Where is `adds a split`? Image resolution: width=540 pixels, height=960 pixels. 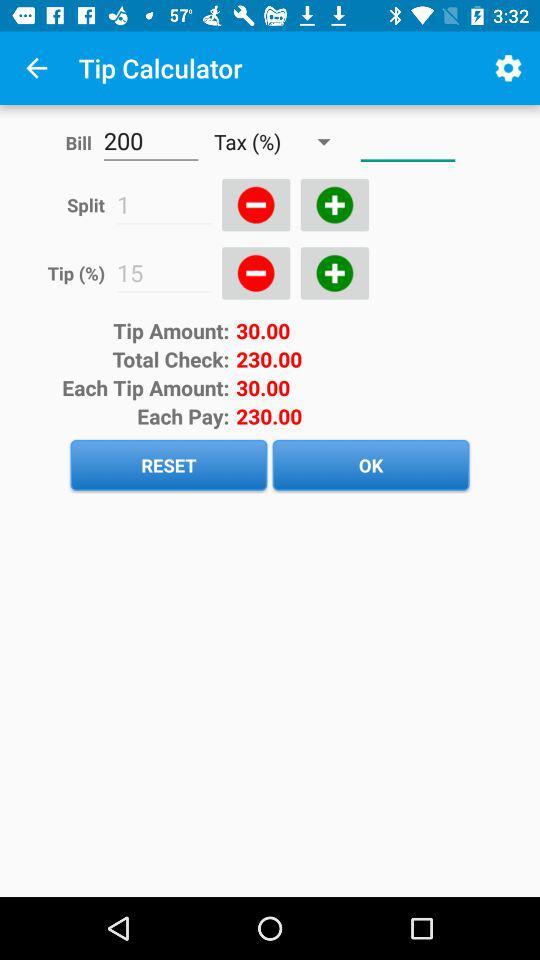
adds a split is located at coordinates (334, 205).